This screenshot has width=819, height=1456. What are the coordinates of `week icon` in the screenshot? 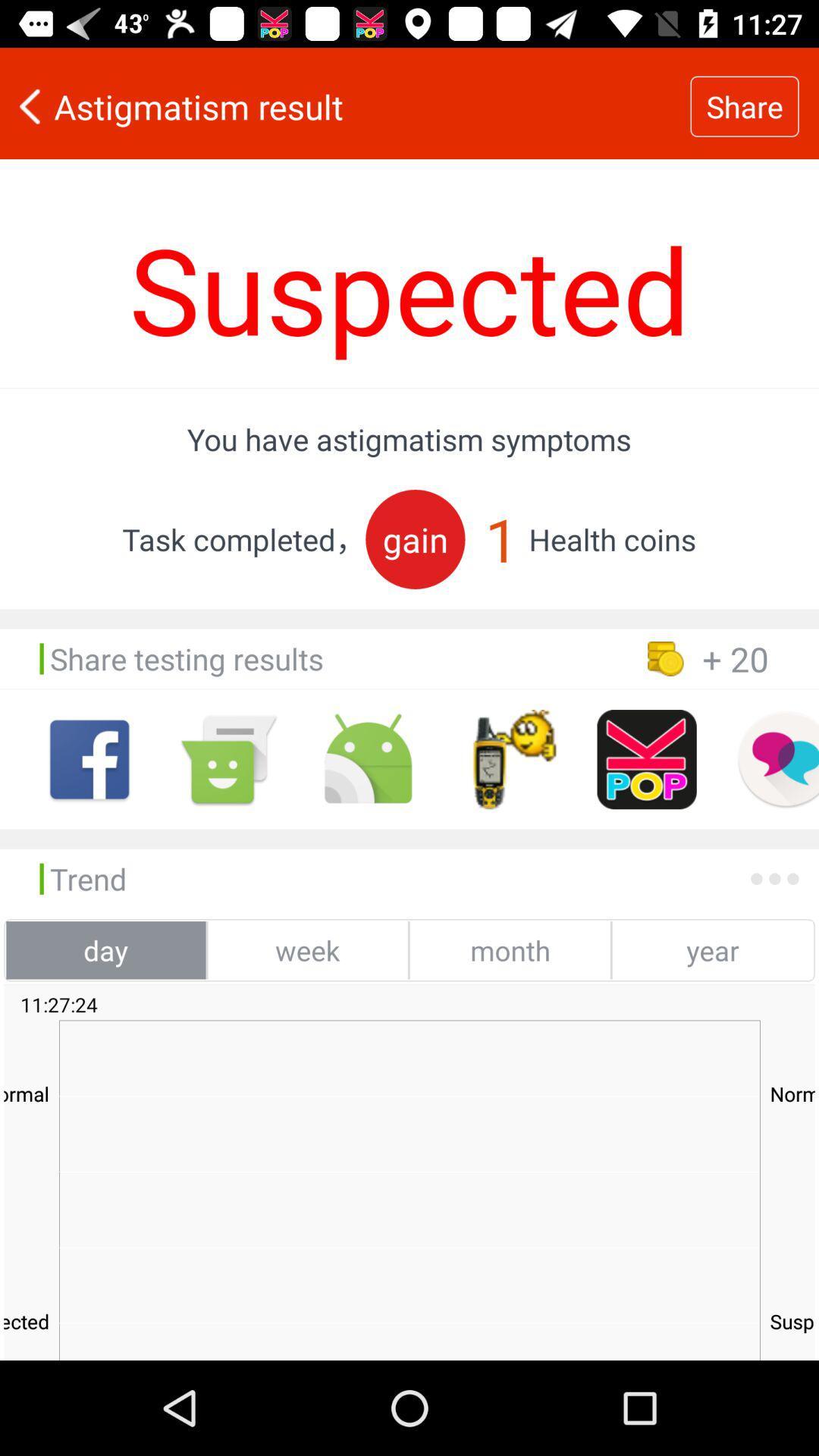 It's located at (307, 949).